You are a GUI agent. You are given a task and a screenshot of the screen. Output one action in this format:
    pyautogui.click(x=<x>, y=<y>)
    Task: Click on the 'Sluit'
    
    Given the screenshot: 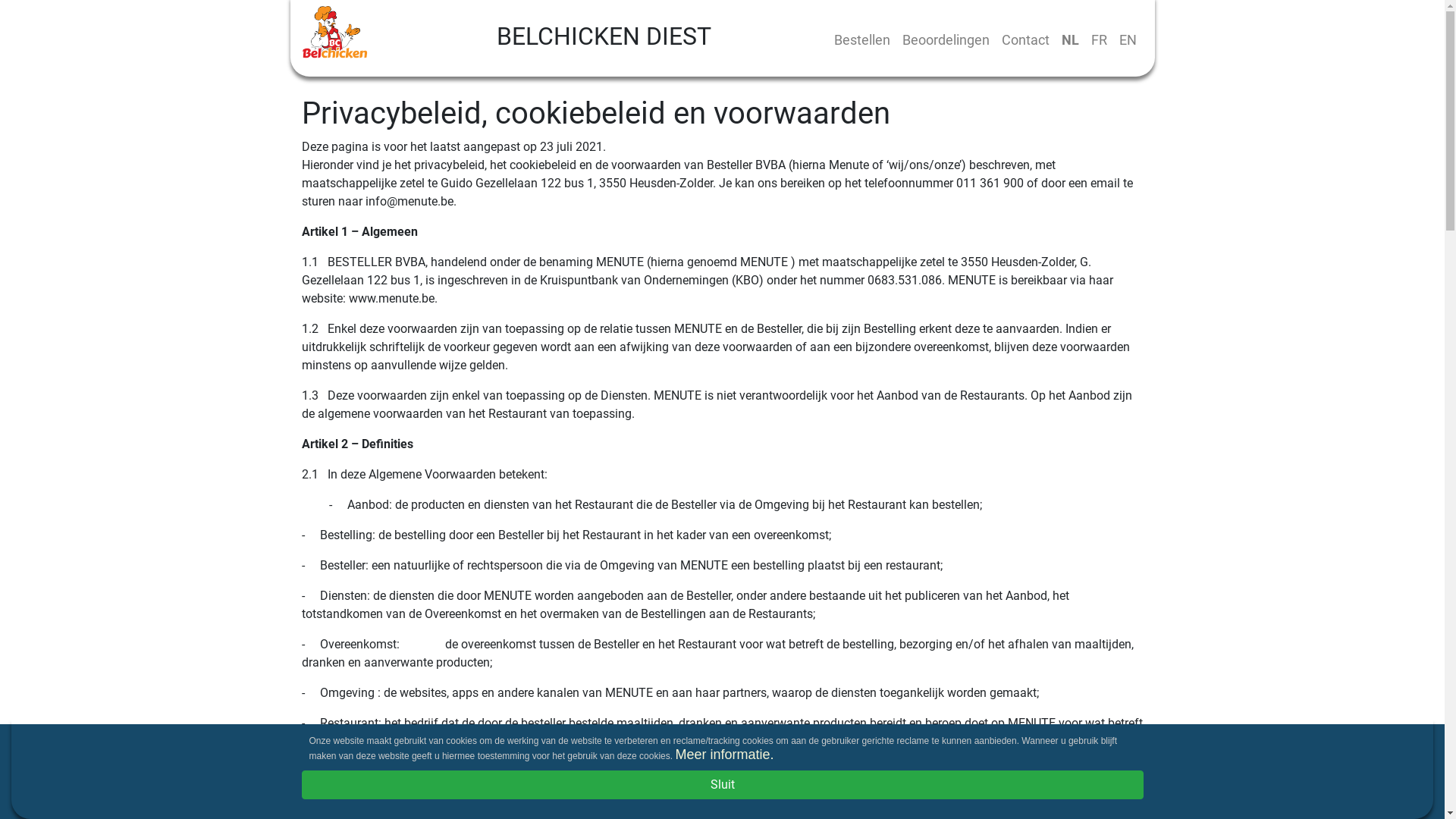 What is the action you would take?
    pyautogui.click(x=722, y=784)
    